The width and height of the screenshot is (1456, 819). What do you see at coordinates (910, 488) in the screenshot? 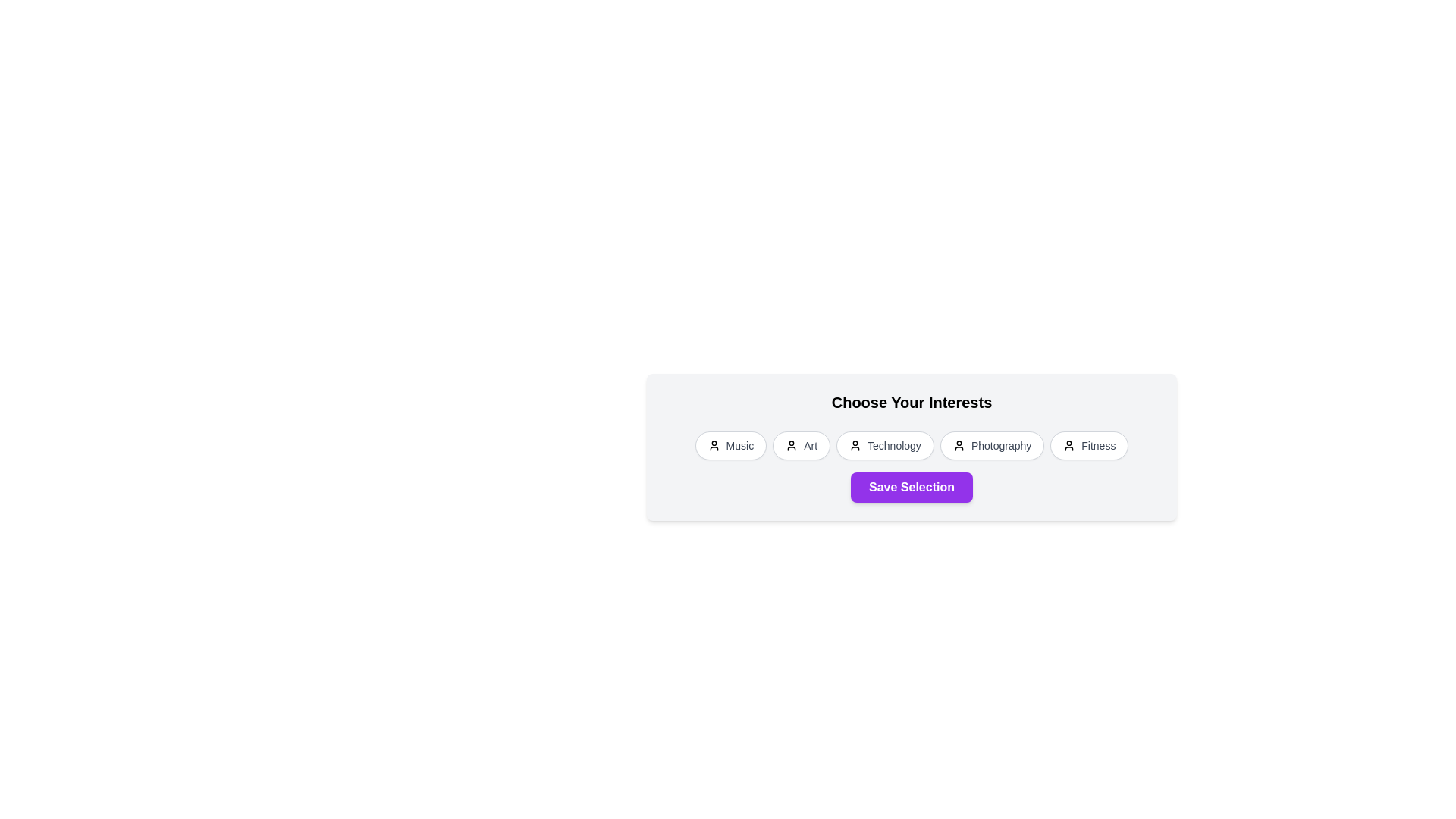
I see `the 'Save Selection' button` at bounding box center [910, 488].